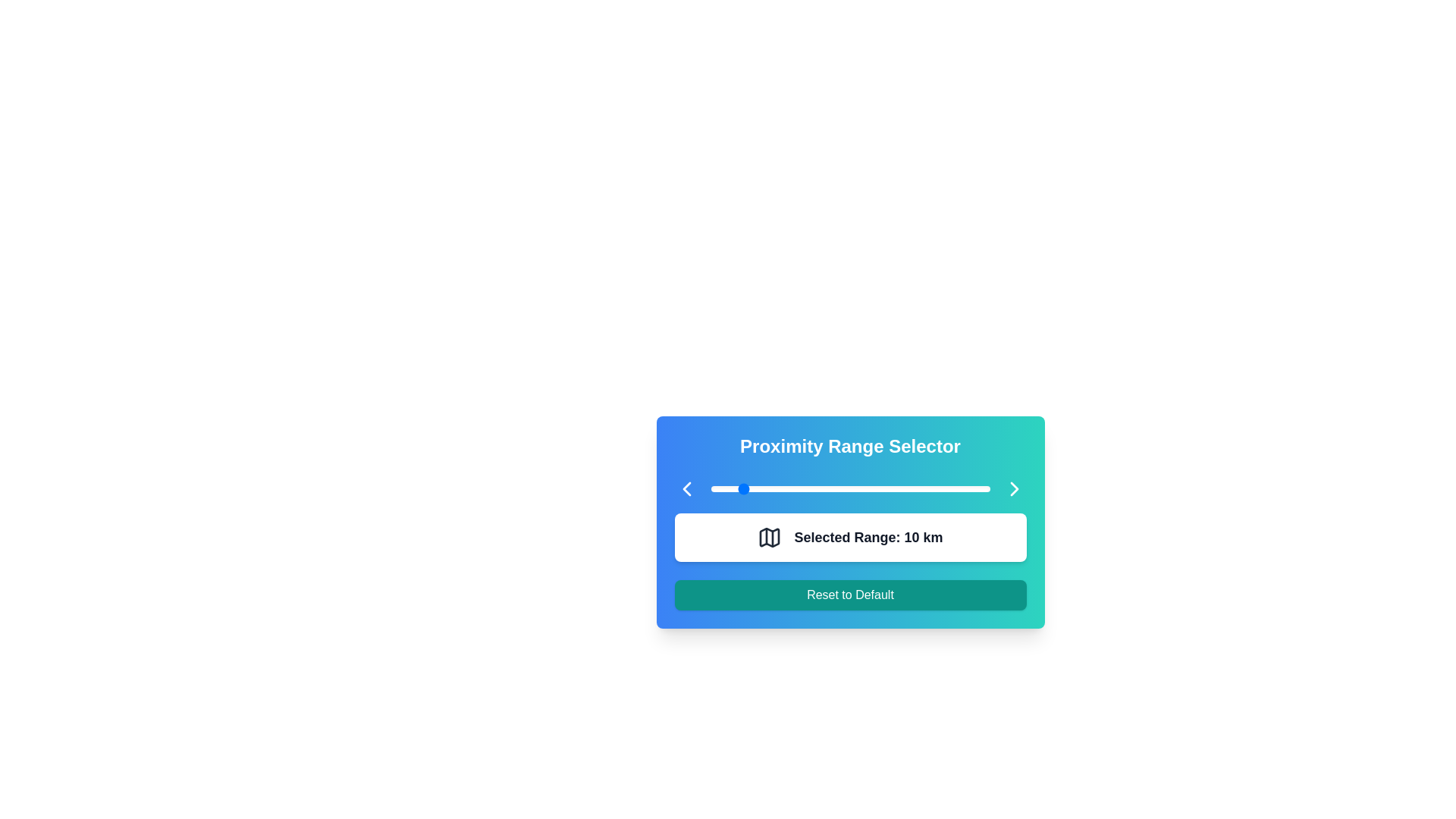 The height and width of the screenshot is (819, 1456). Describe the element at coordinates (850, 537) in the screenshot. I see `the informational label displaying 'Selected Range: 10 km' which is styled with a map icon on the left and positioned below the proximity range slider` at that location.